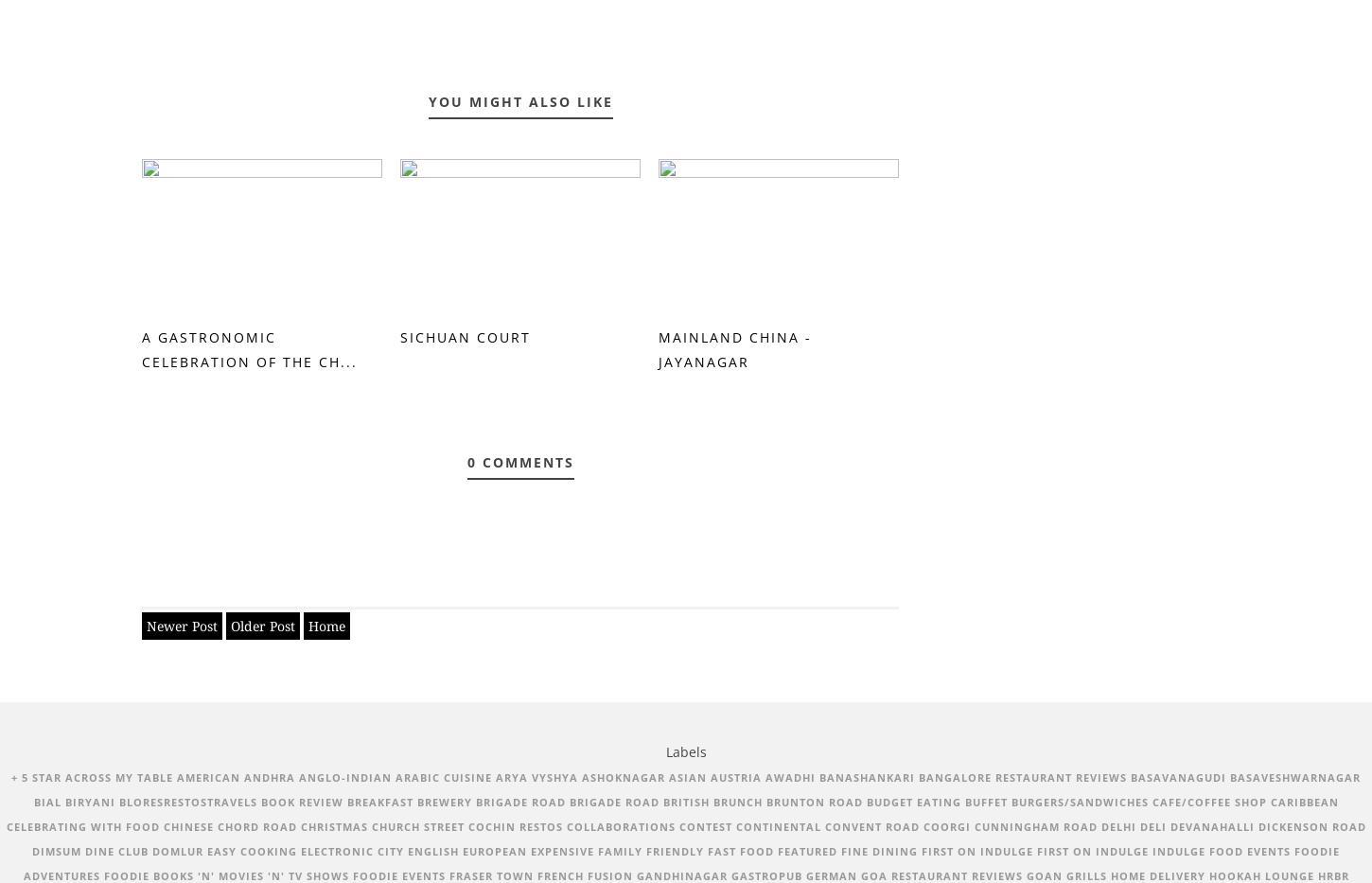 Image resolution: width=1372 pixels, height=883 pixels. I want to click on 'Across my Table', so click(118, 776).